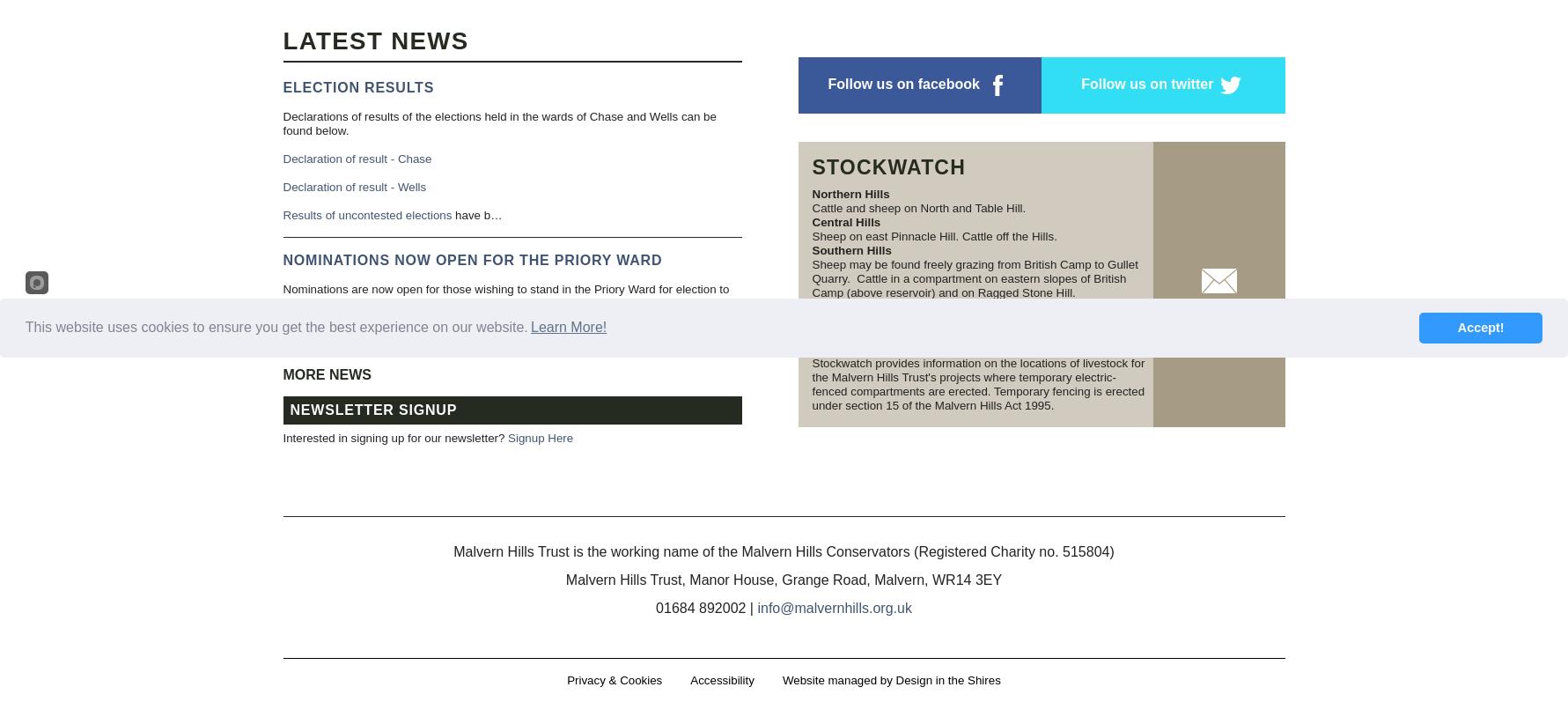 Image resolution: width=1568 pixels, height=702 pixels. I want to click on 'Cattle and sheep on North and Table Hill.', so click(919, 207).